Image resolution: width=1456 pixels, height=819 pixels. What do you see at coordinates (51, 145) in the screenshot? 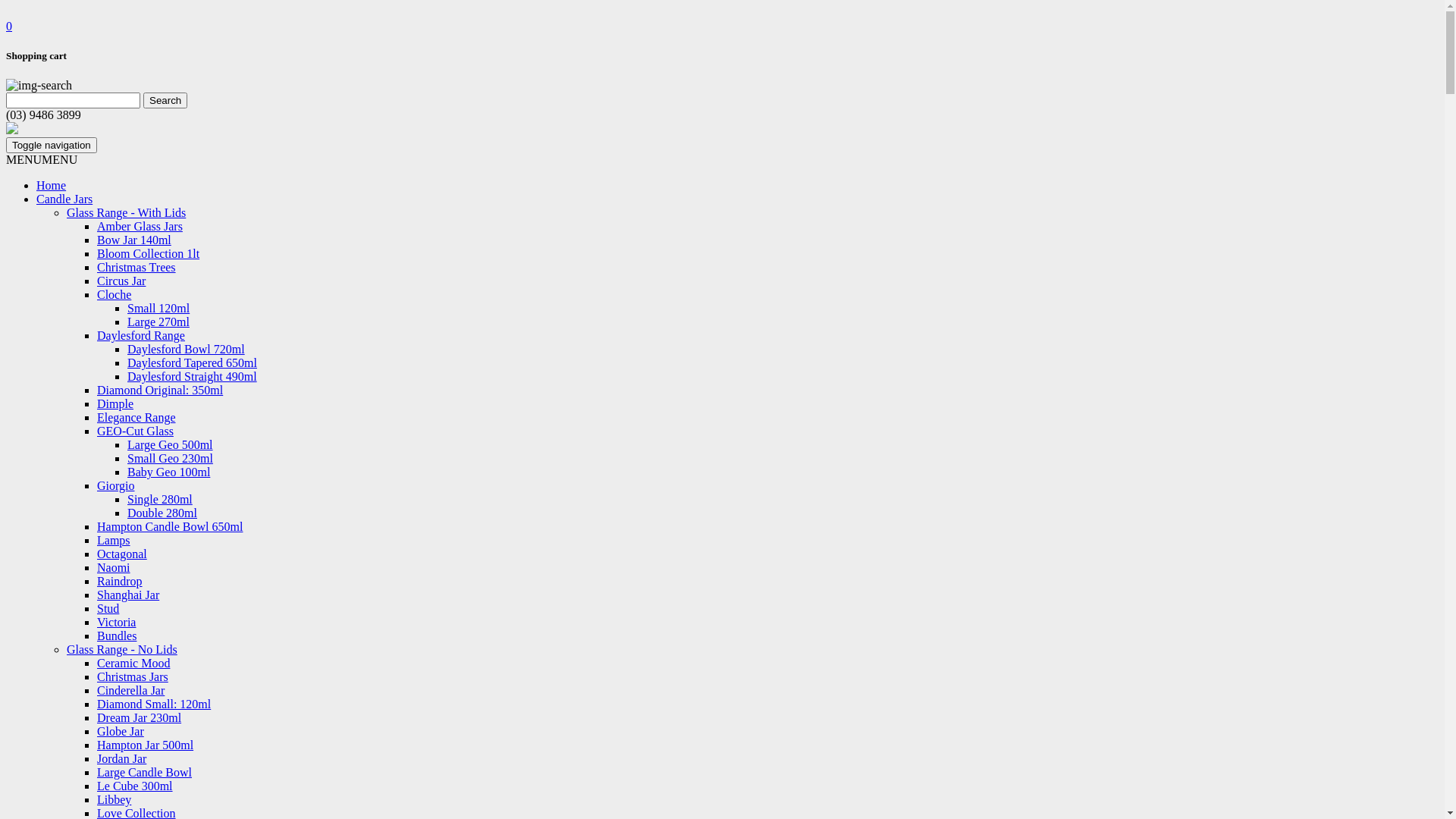
I see `'Toggle navigation'` at bounding box center [51, 145].